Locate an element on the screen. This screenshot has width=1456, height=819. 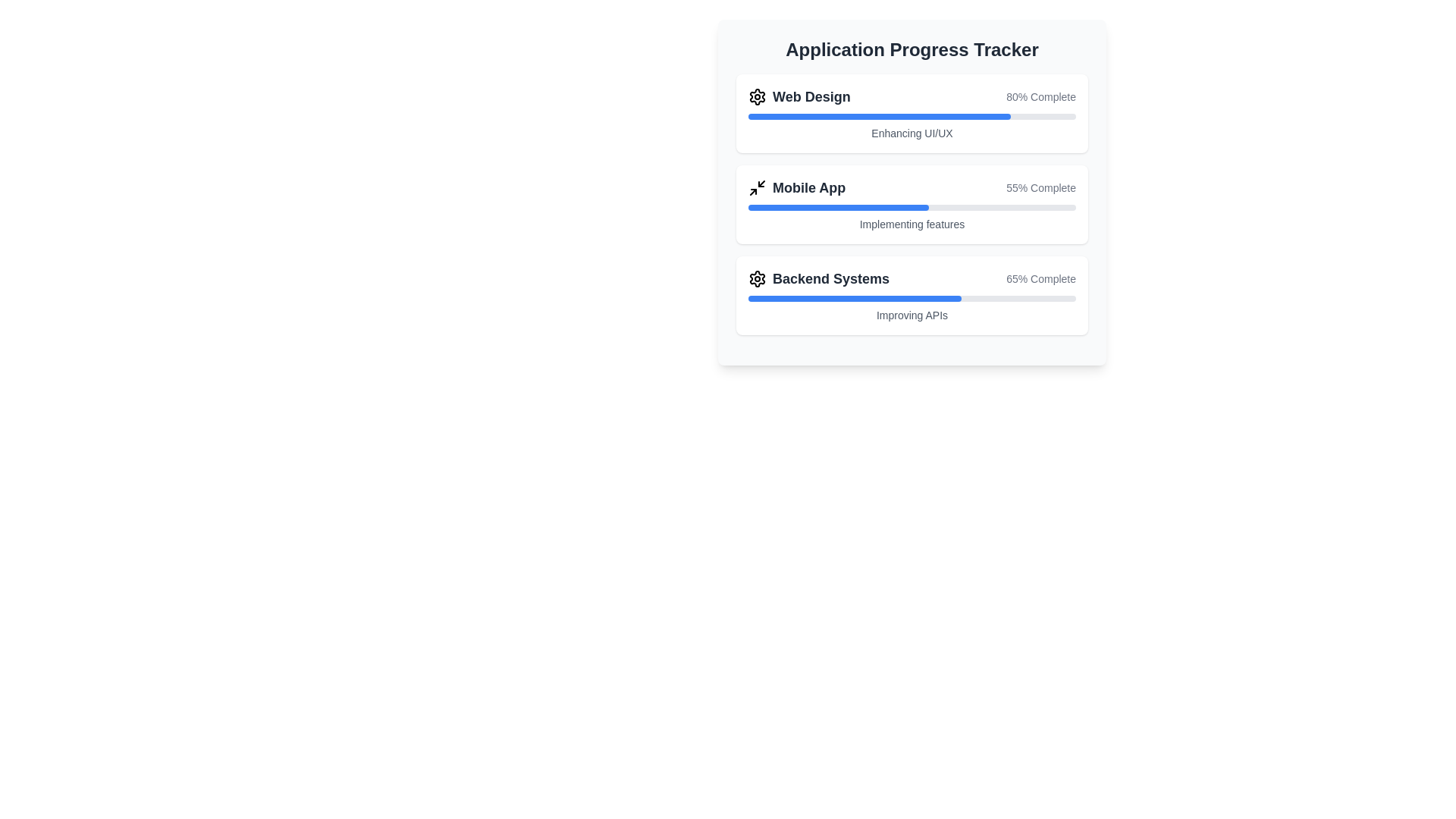
the text label that says 'Implementing features', which is styled in small gray text and located under the progress bar of the 'Mobile App' section in the 'Application Progress Tracker' is located at coordinates (912, 224).